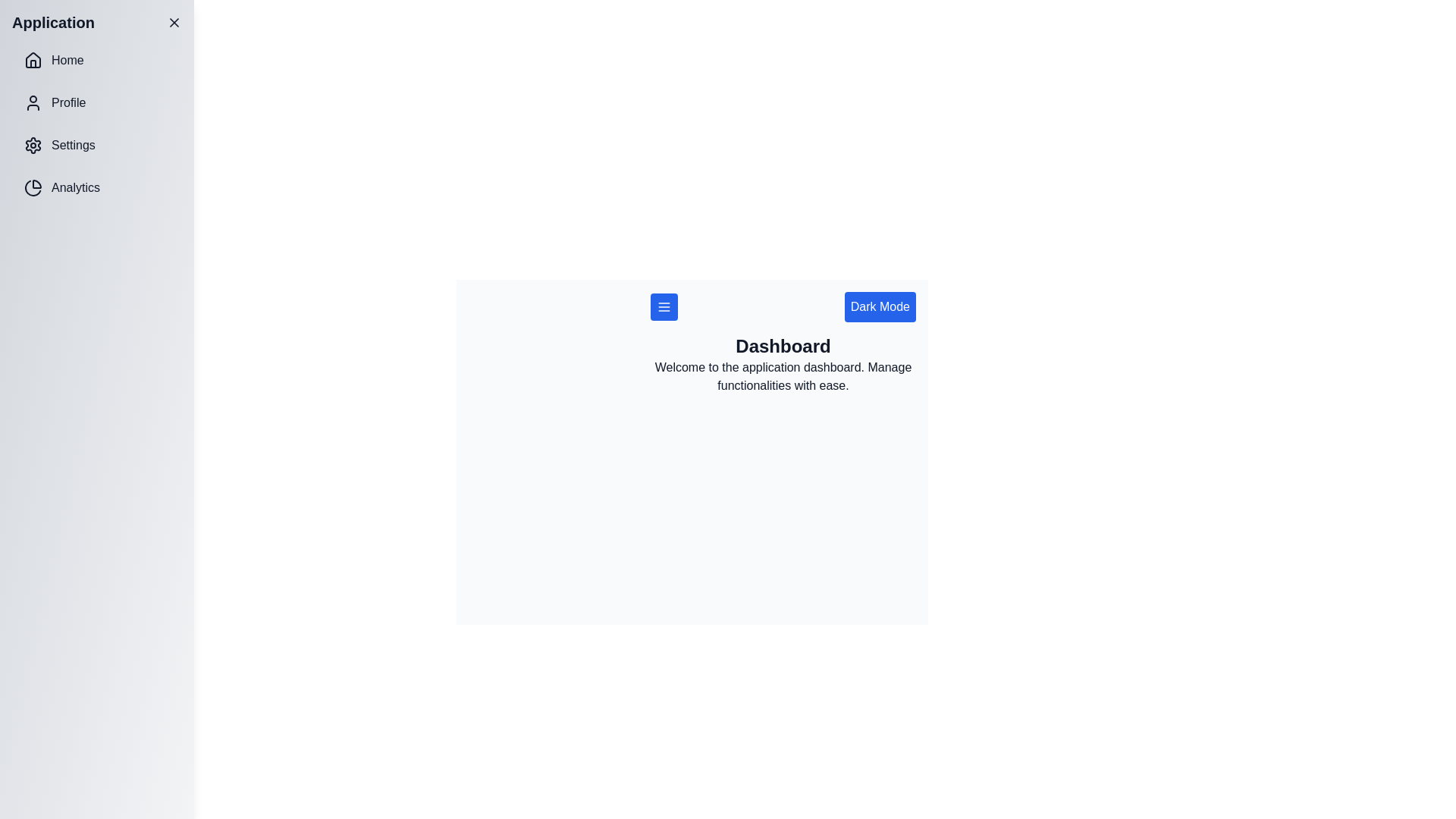 The height and width of the screenshot is (819, 1456). Describe the element at coordinates (783, 365) in the screenshot. I see `the text block titled 'Dashboard' which includes the description 'Welcome to the application dashboard. Manage functionalities with ease.' This element is prominently styled and located at the top-center of the main content area, below the navigation bar` at that location.